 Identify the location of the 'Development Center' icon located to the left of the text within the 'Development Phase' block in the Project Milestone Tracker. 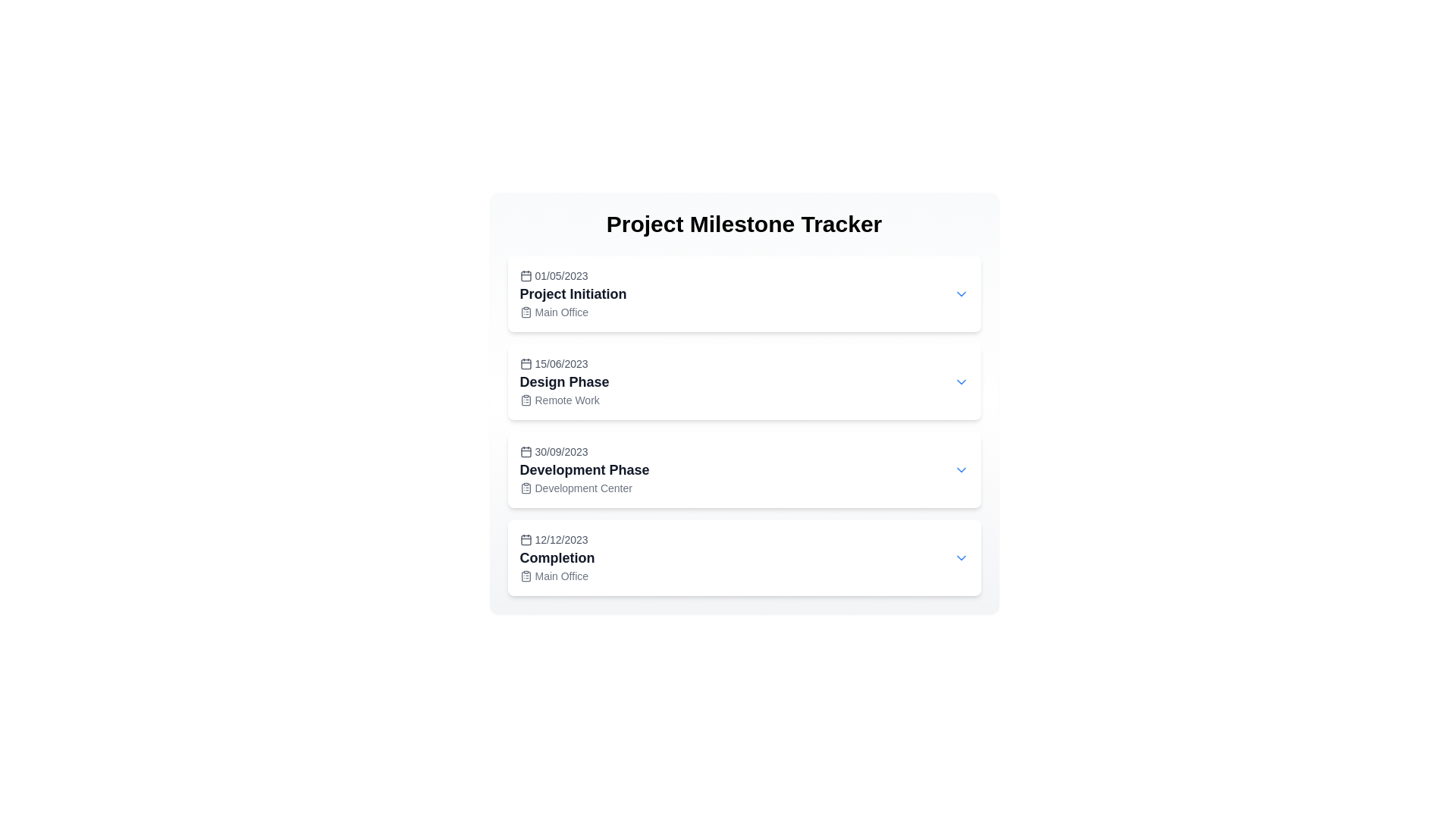
(526, 488).